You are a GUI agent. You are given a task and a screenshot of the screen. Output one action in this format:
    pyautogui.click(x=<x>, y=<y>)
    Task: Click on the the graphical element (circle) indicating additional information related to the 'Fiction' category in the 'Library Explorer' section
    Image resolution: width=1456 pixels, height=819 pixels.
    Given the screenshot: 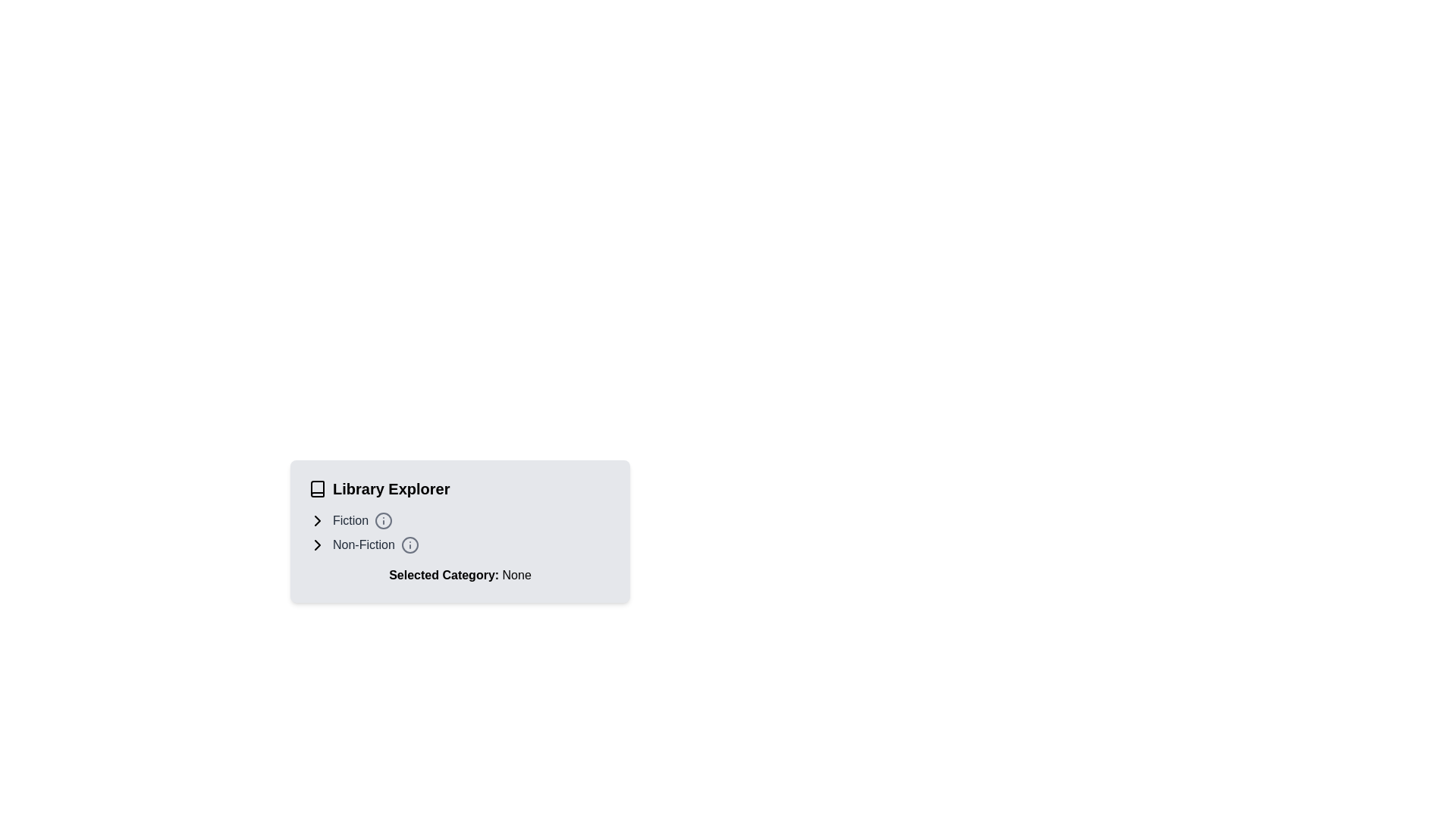 What is the action you would take?
    pyautogui.click(x=384, y=519)
    